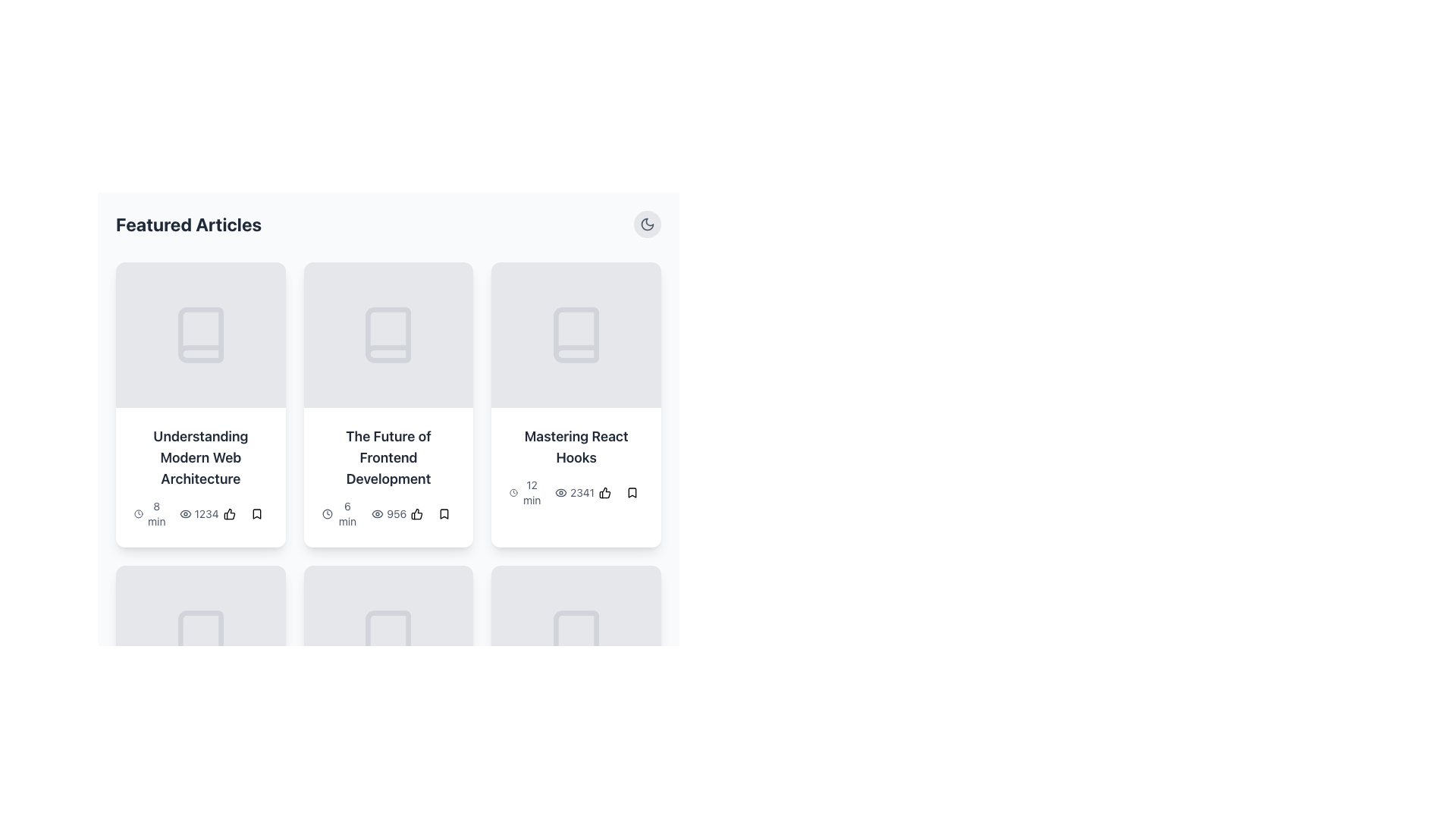 This screenshot has height=819, width=1456. I want to click on the mode-switching icon button located at the top right corner of the interface, so click(648, 224).